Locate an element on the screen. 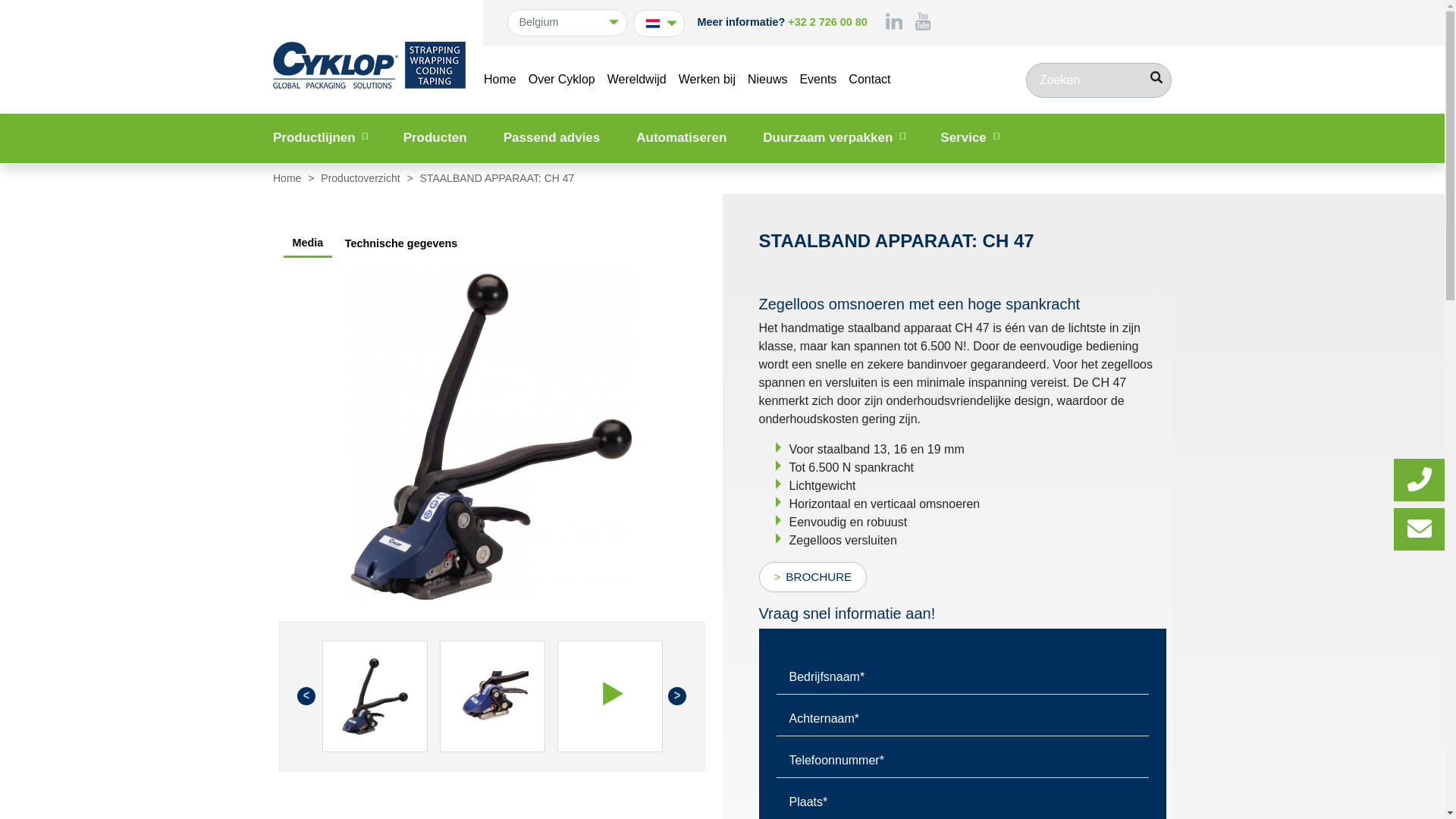 The height and width of the screenshot is (819, 1456). 'Nieuws' is located at coordinates (767, 79).